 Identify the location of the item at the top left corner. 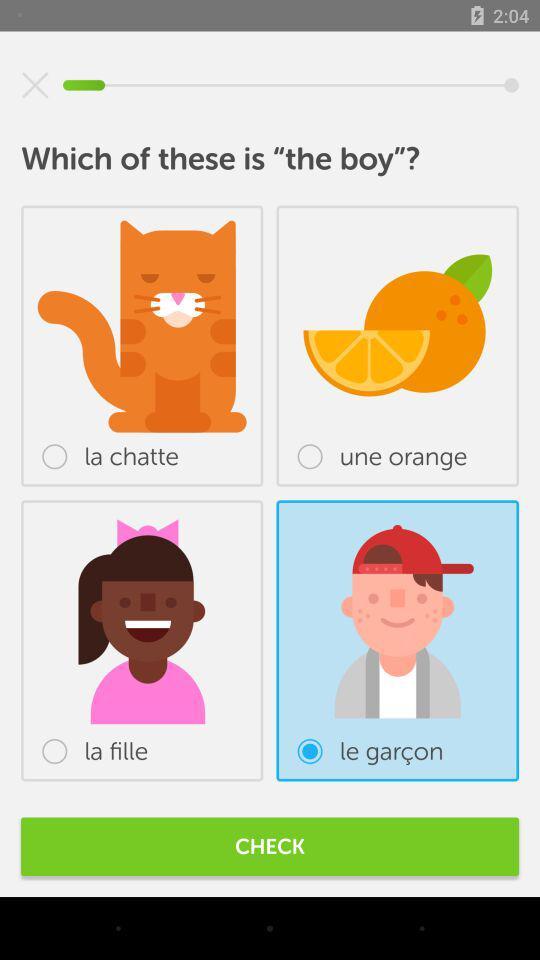
(35, 85).